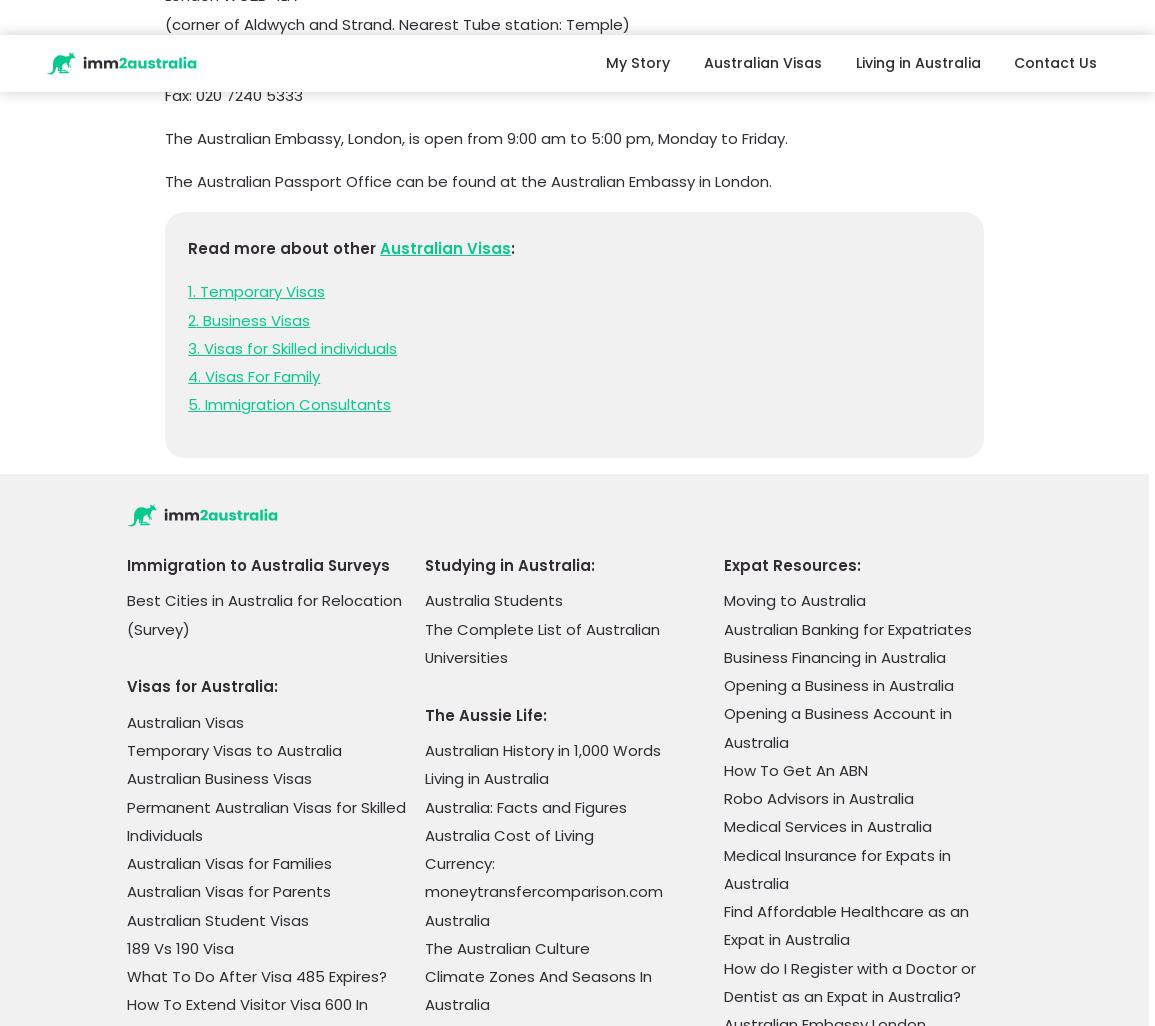 Image resolution: width=1155 pixels, height=1026 pixels. Describe the element at coordinates (561, 663) in the screenshot. I see `'Top 5 Travel Destinations in Northern Territory'` at that location.